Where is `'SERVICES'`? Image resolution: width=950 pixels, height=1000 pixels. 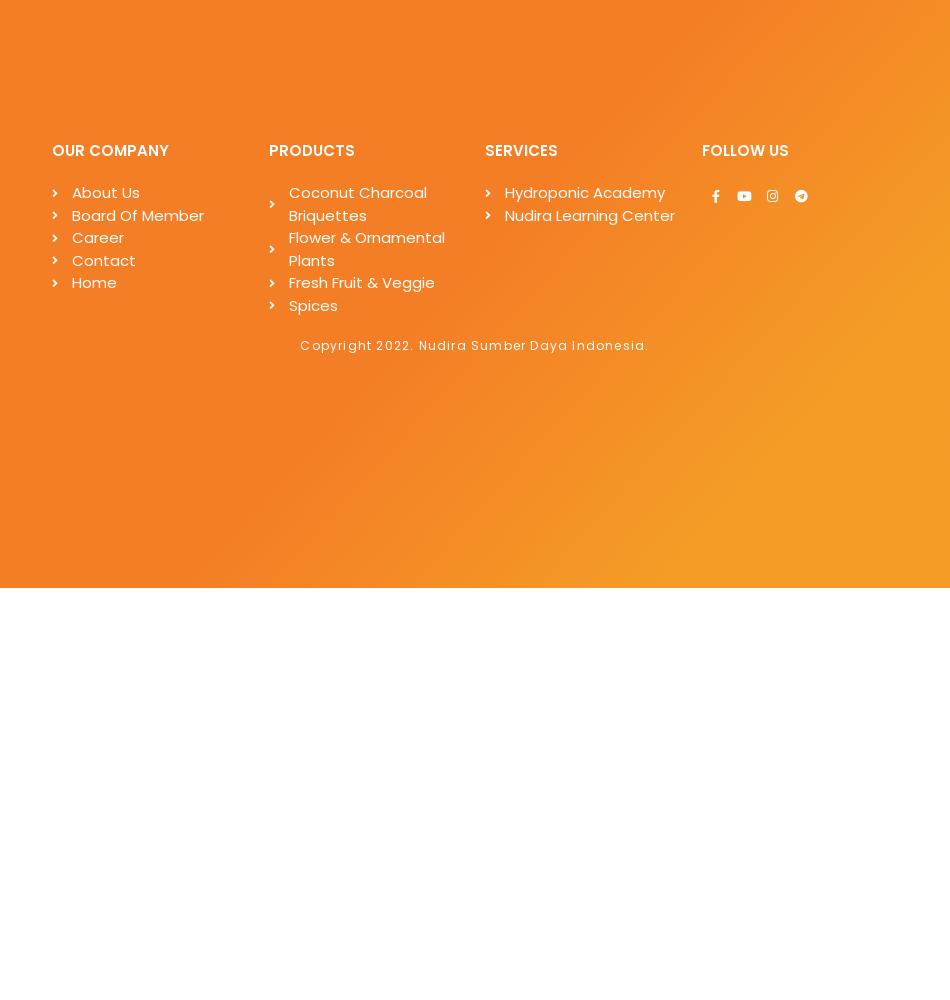
'SERVICES' is located at coordinates (521, 149).